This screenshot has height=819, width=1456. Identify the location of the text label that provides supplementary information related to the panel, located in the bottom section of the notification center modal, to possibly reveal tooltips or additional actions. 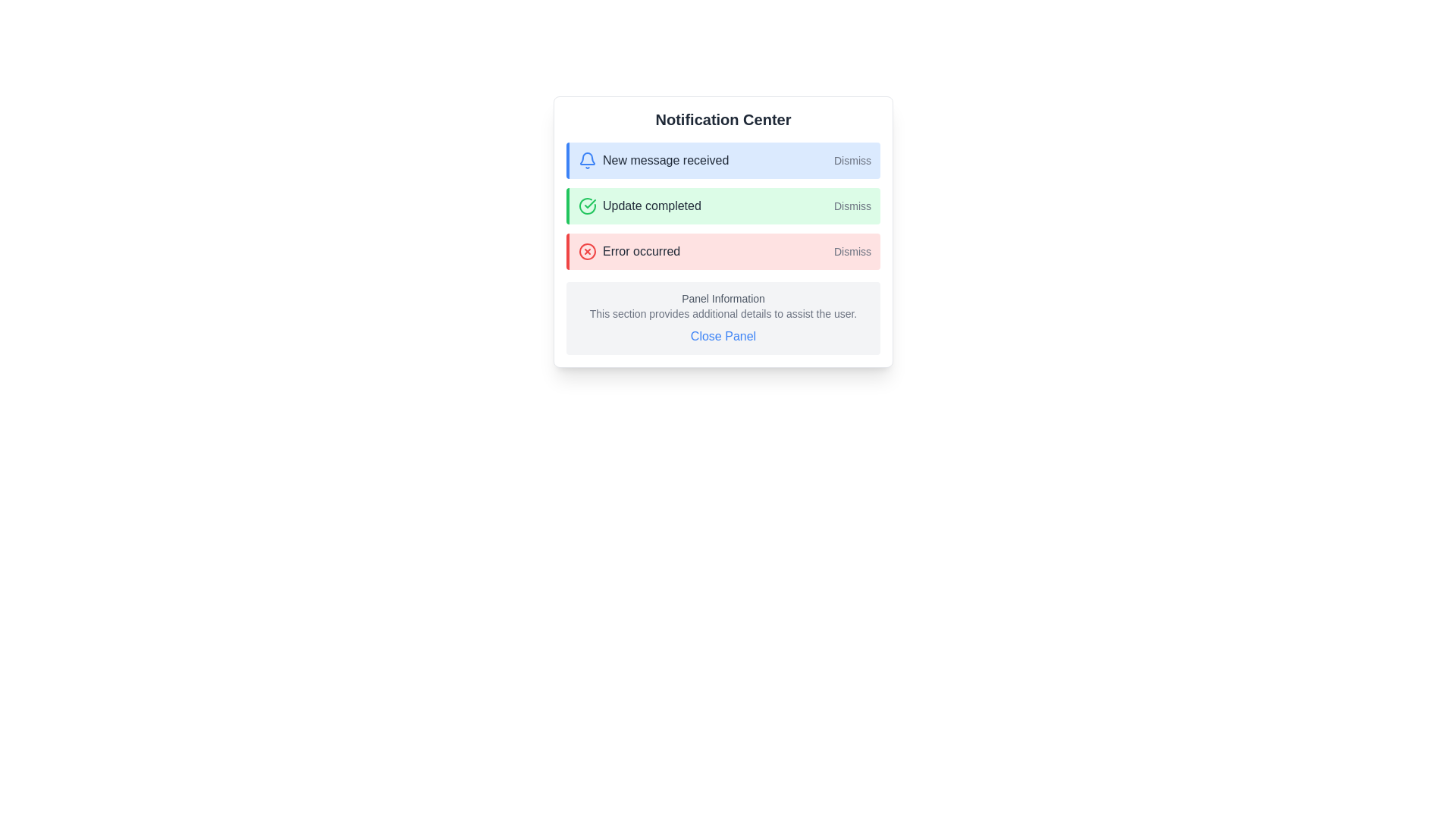
(723, 312).